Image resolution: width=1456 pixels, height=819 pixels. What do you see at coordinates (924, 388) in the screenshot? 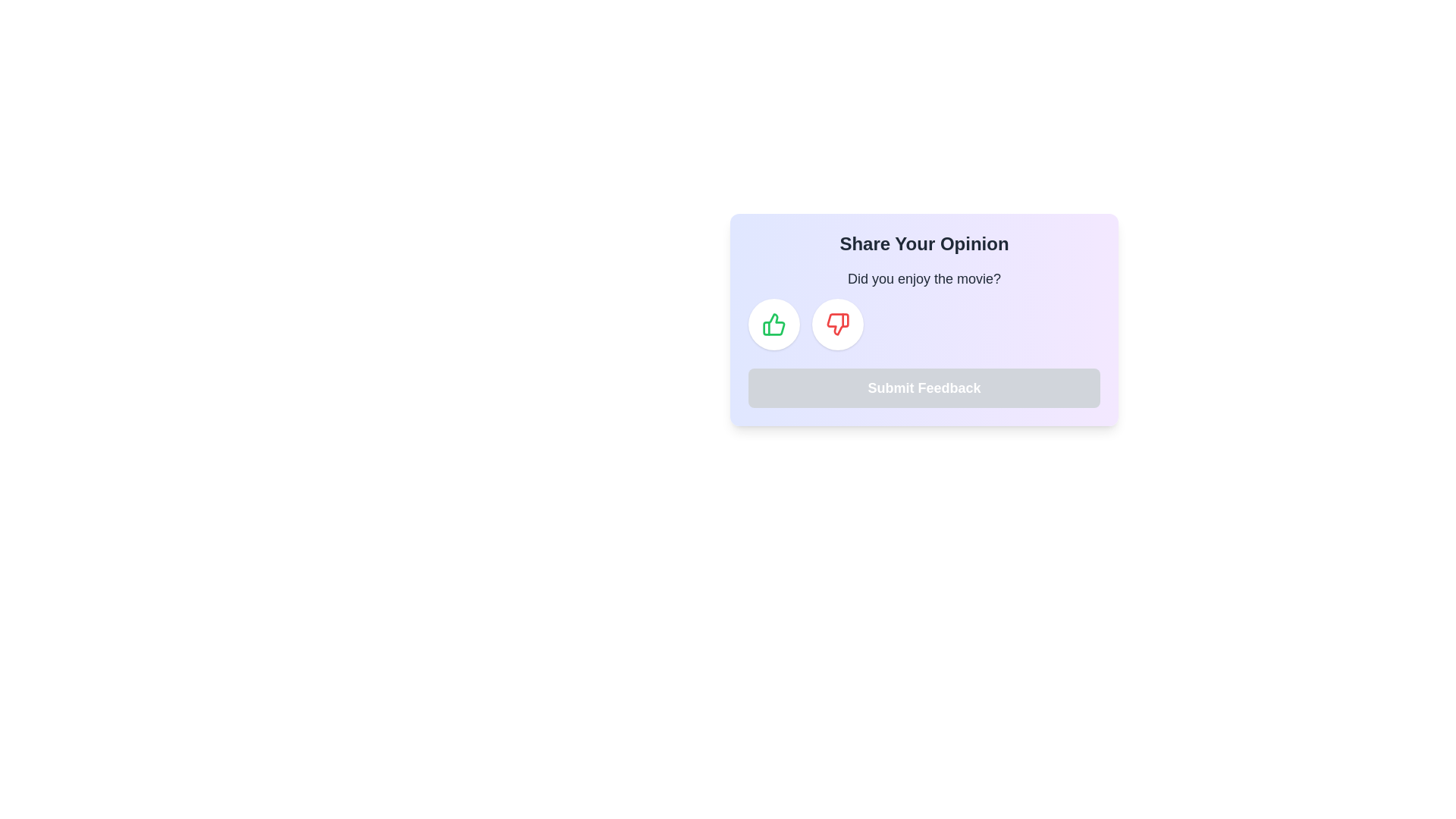
I see `the 'Submit Feedback' button, which has a light gray background and white bold text, positioned below the question 'Did you enjoy the movie?'` at bounding box center [924, 388].